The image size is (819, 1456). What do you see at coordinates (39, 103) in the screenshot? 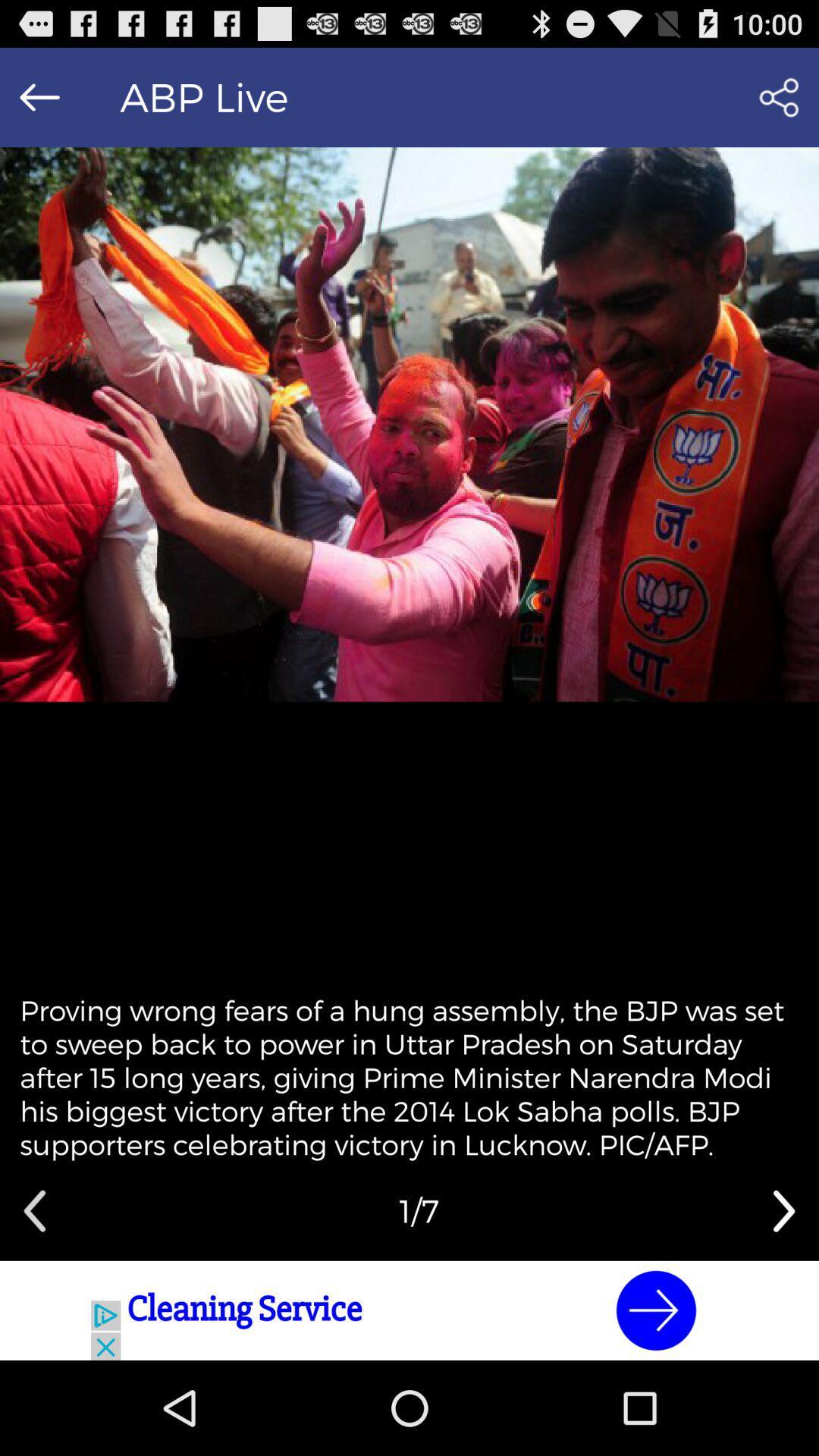
I see `the arrow_backward icon` at bounding box center [39, 103].